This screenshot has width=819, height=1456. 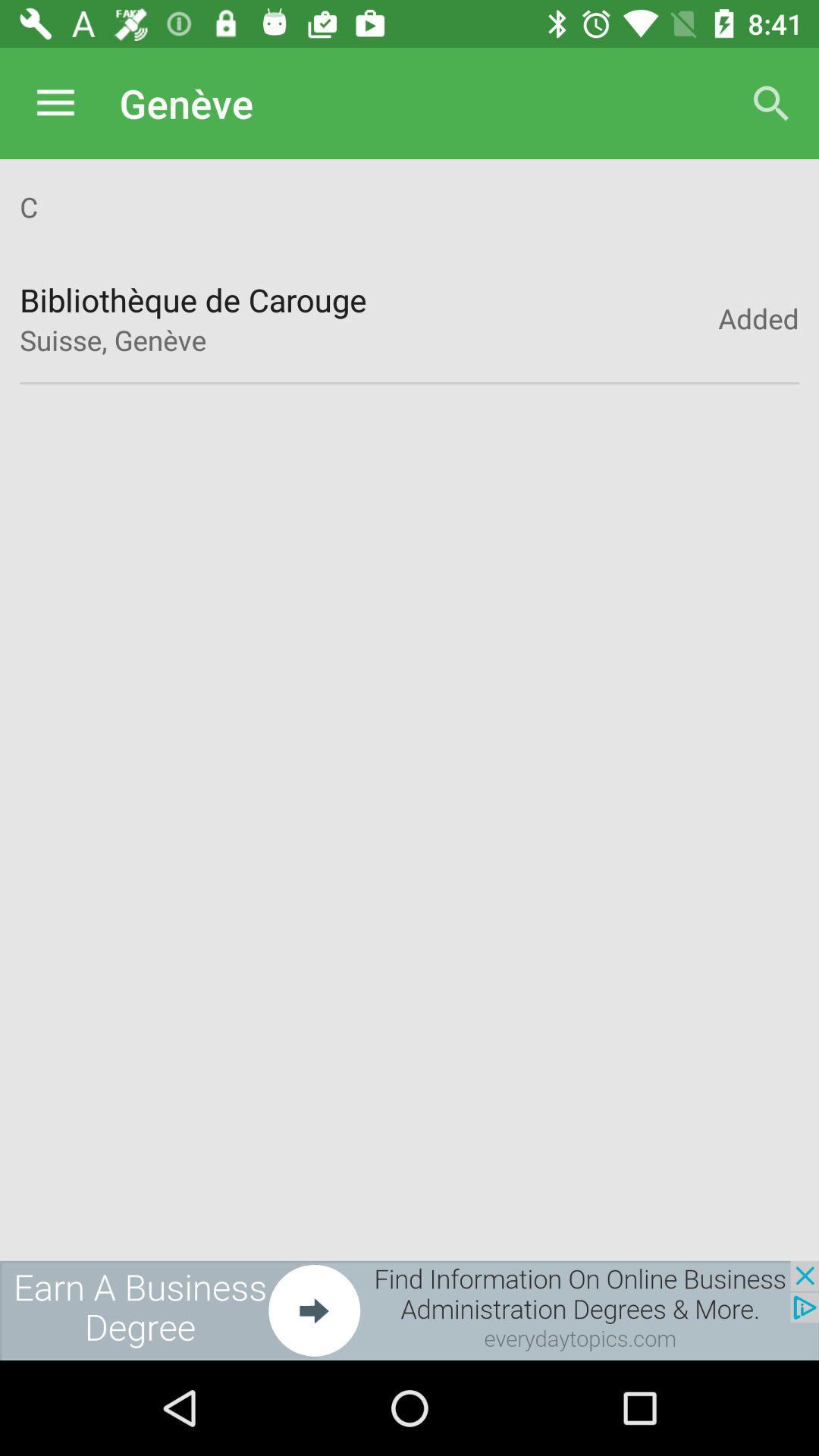 I want to click on go next, so click(x=409, y=1310).